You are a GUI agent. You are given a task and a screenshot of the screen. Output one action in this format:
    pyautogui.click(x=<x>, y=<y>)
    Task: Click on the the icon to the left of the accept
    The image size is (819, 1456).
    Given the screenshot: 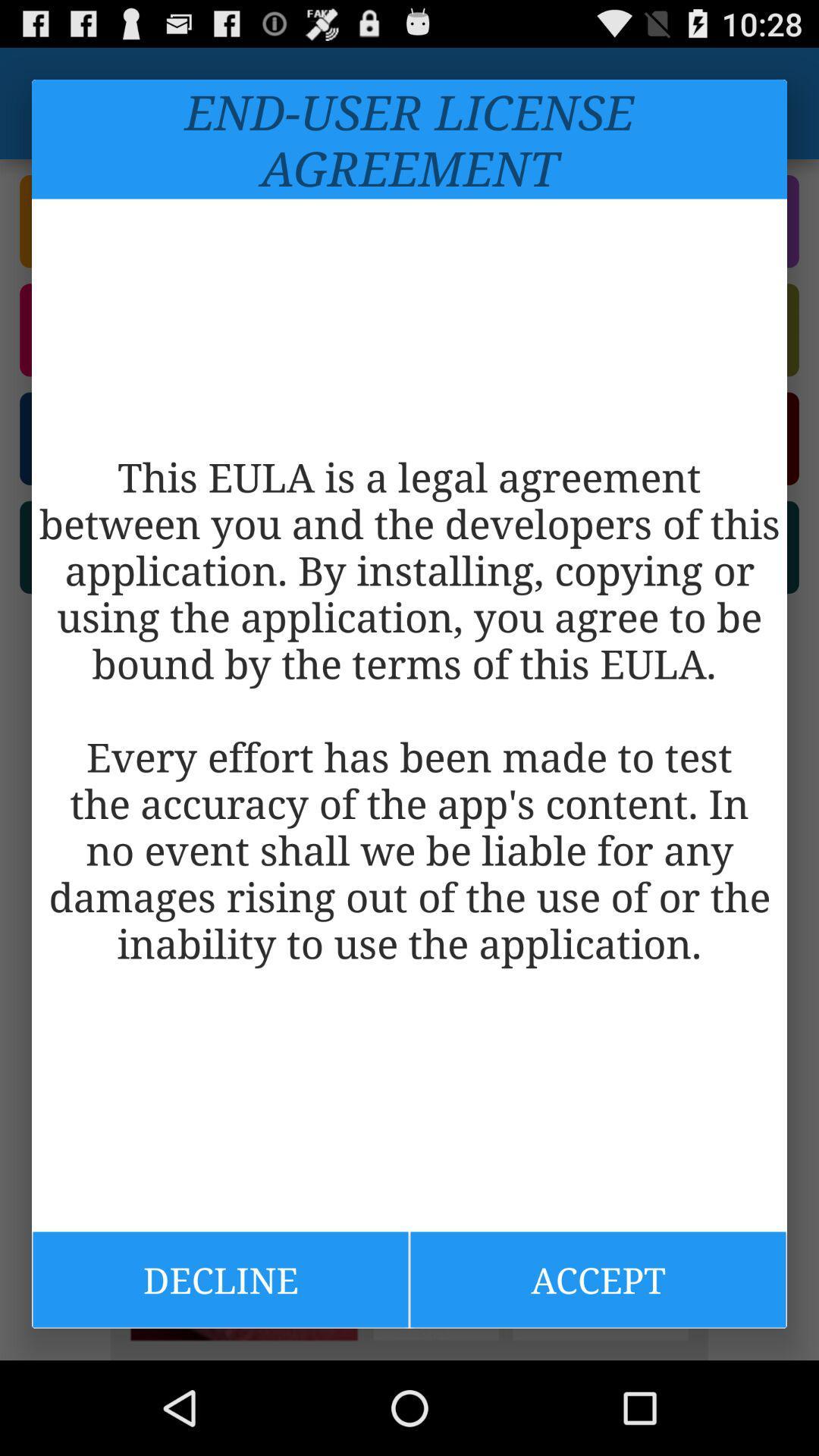 What is the action you would take?
    pyautogui.click(x=220, y=1279)
    